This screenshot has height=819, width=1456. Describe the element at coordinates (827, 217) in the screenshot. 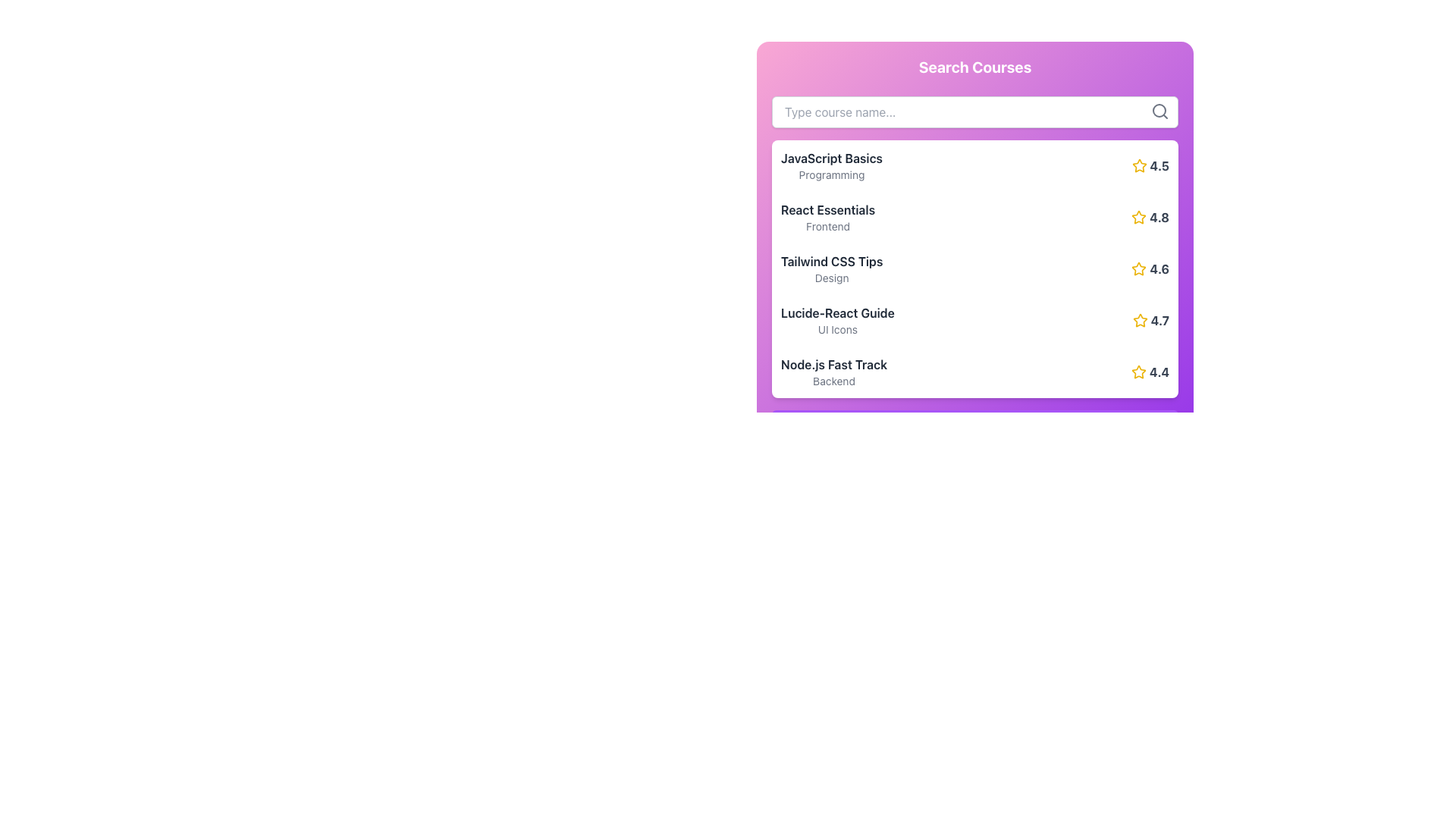

I see `the Text Label displaying the title 'React Essentials' and subtitle 'Frontend' located in the second row under 'Search Courses'` at that location.